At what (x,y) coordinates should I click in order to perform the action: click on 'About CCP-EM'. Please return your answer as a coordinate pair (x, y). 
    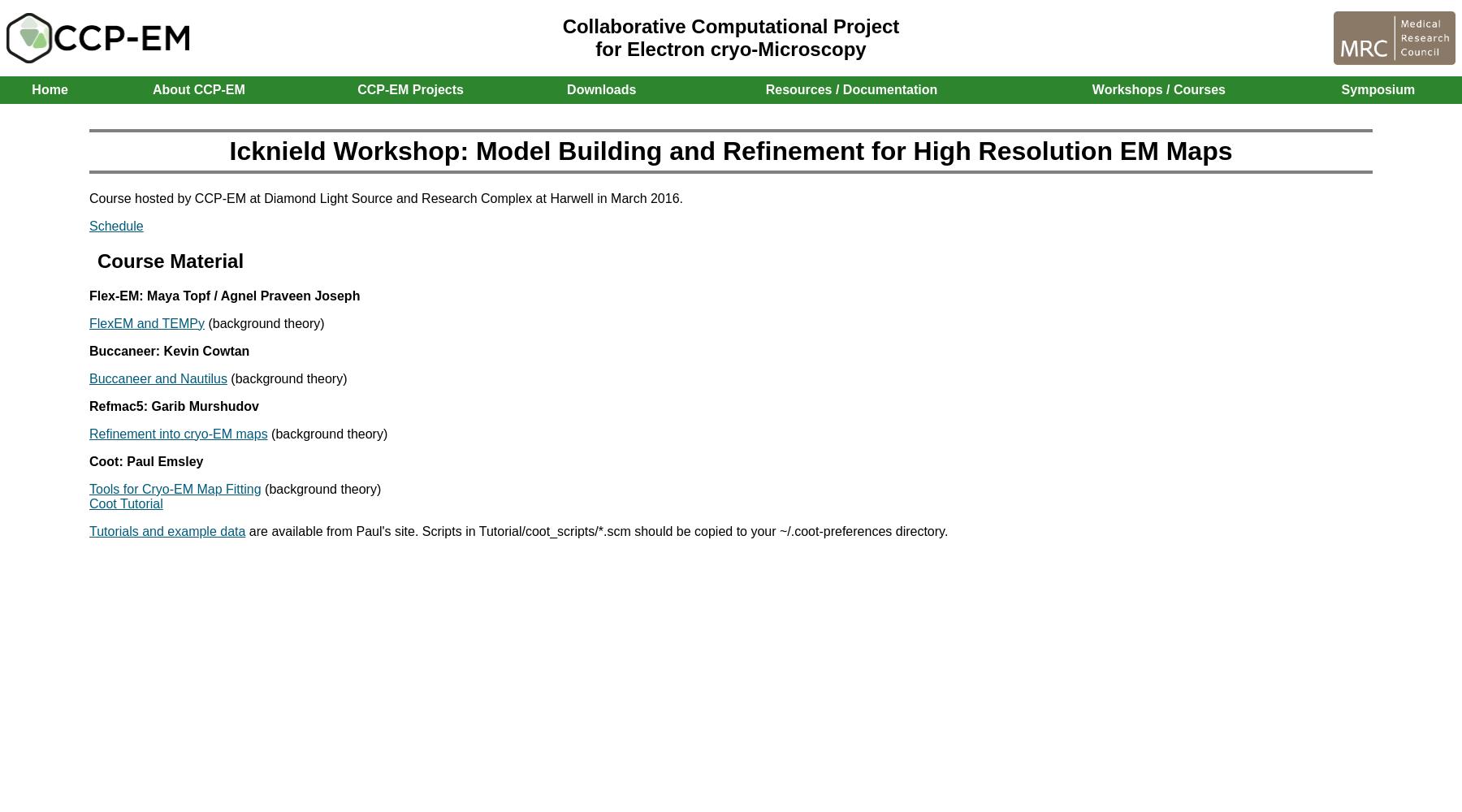
    Looking at the image, I should click on (197, 89).